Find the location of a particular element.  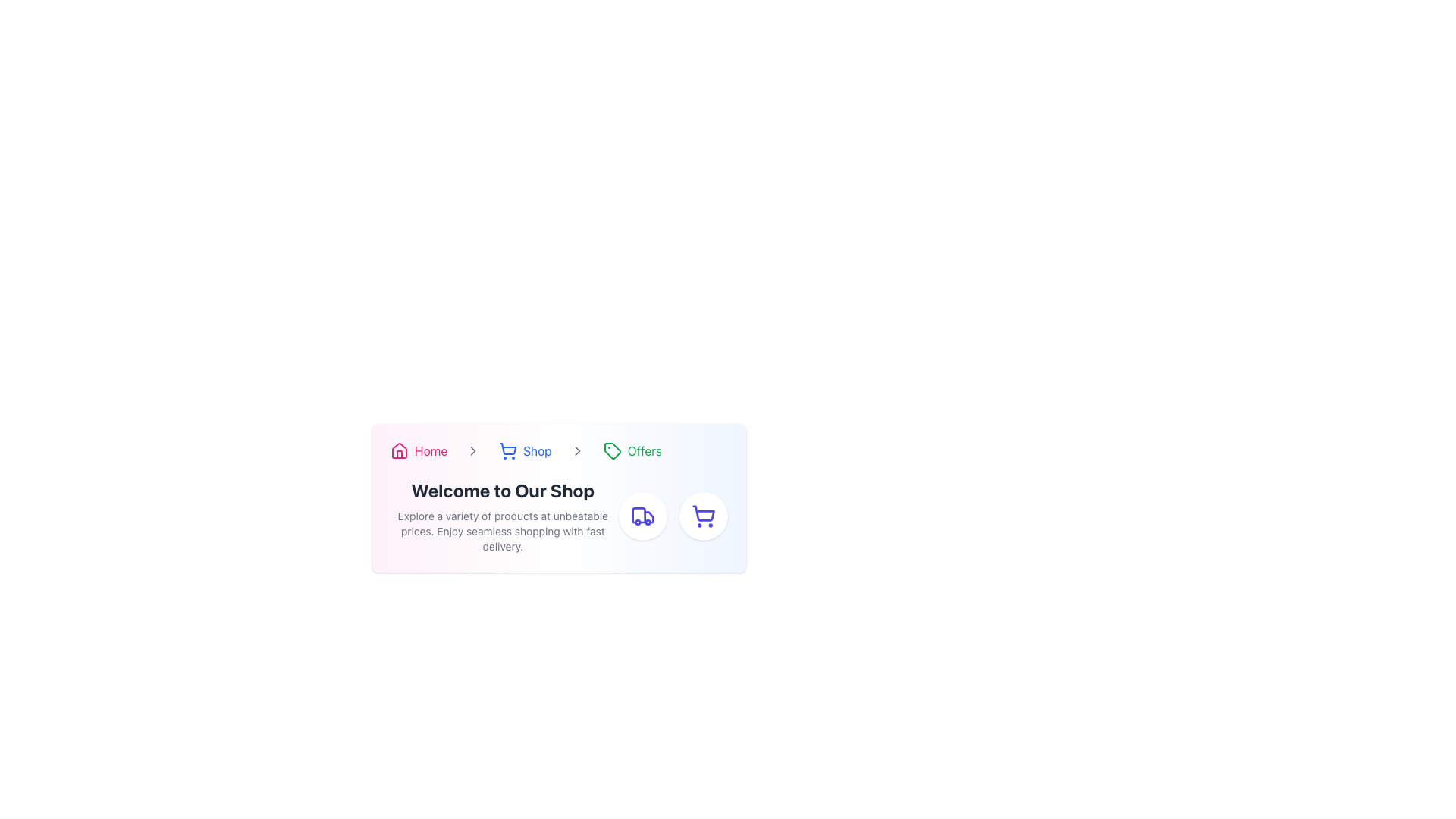

the blue shopping cart icon located to the left of the 'Shop' text in the breadcrumb navigation bar to trigger tooltips or effects is located at coordinates (508, 450).